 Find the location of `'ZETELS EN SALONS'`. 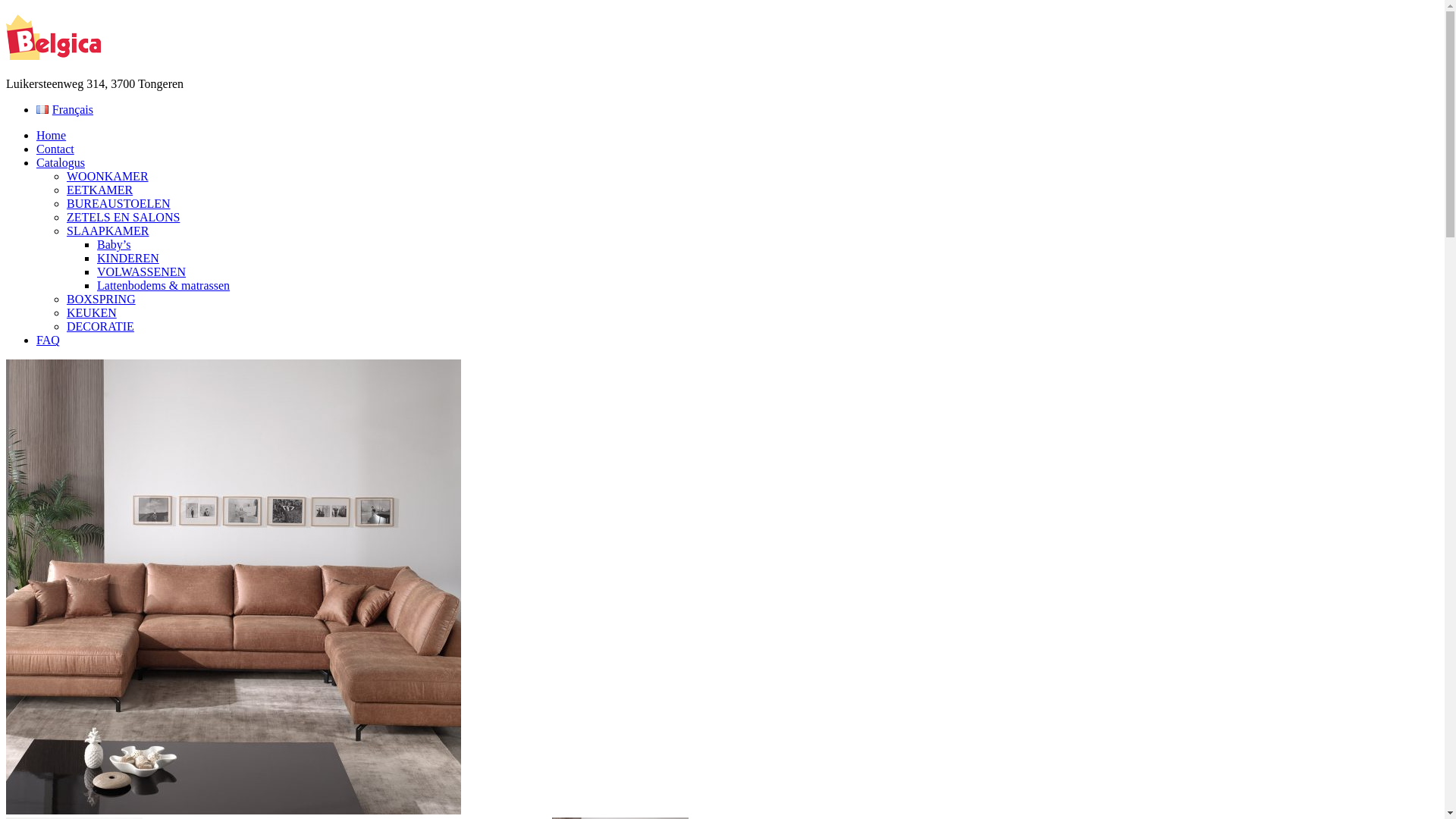

'ZETELS EN SALONS' is located at coordinates (123, 217).